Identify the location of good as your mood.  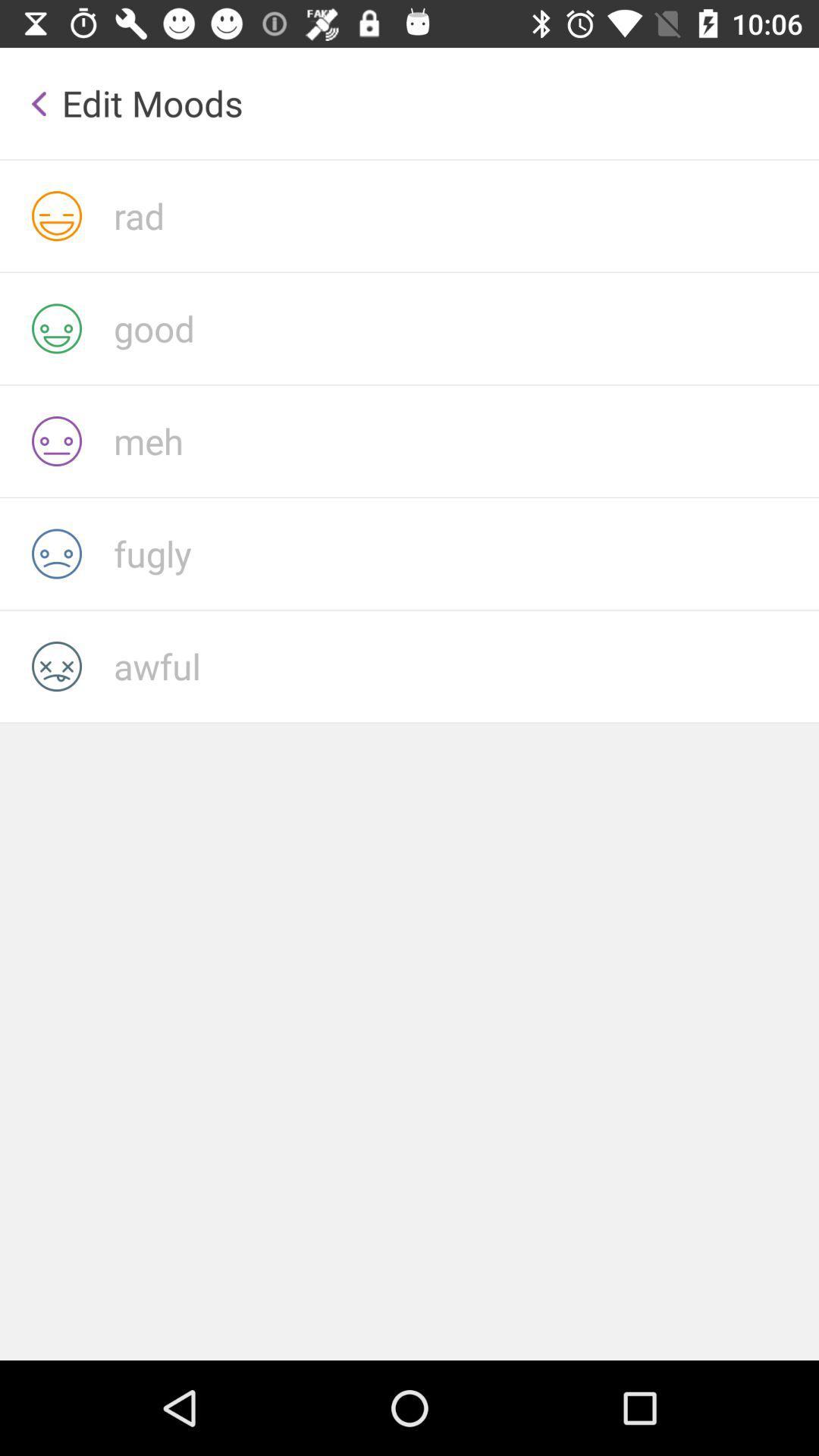
(465, 328).